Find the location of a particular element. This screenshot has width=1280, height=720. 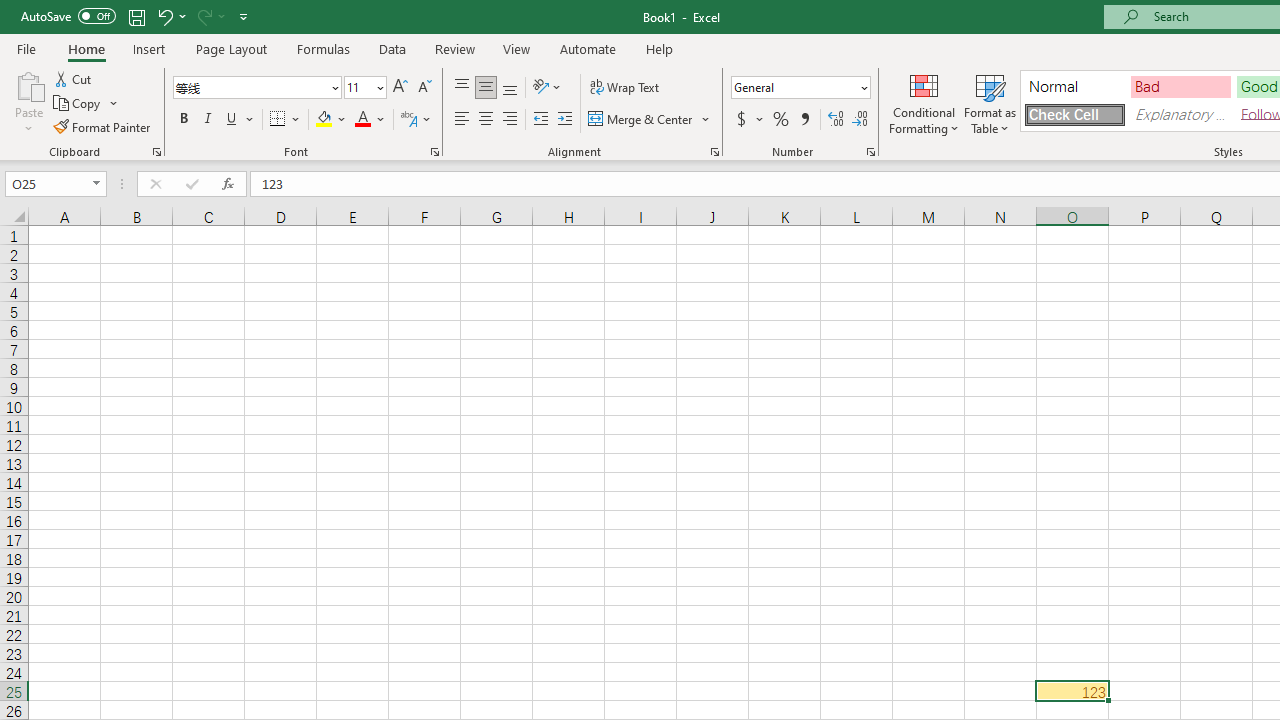

'File Tab' is located at coordinates (26, 47).